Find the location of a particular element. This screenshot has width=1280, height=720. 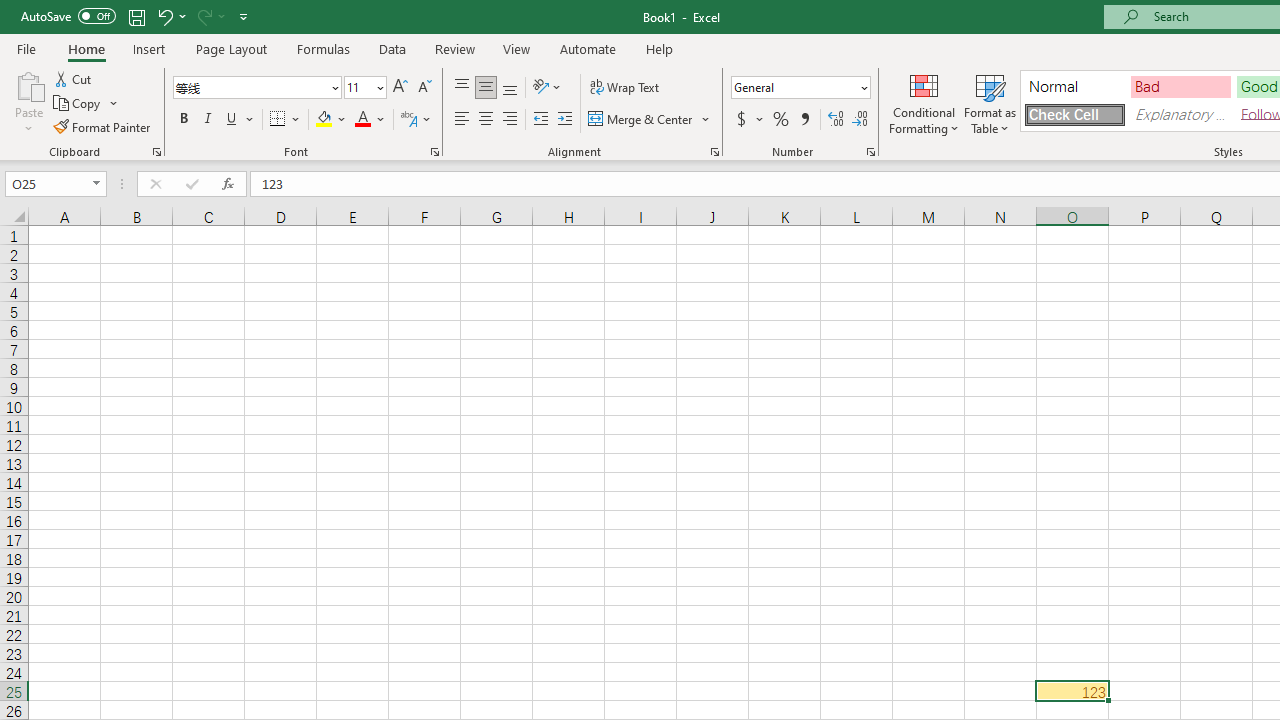

'File Tab' is located at coordinates (26, 47).